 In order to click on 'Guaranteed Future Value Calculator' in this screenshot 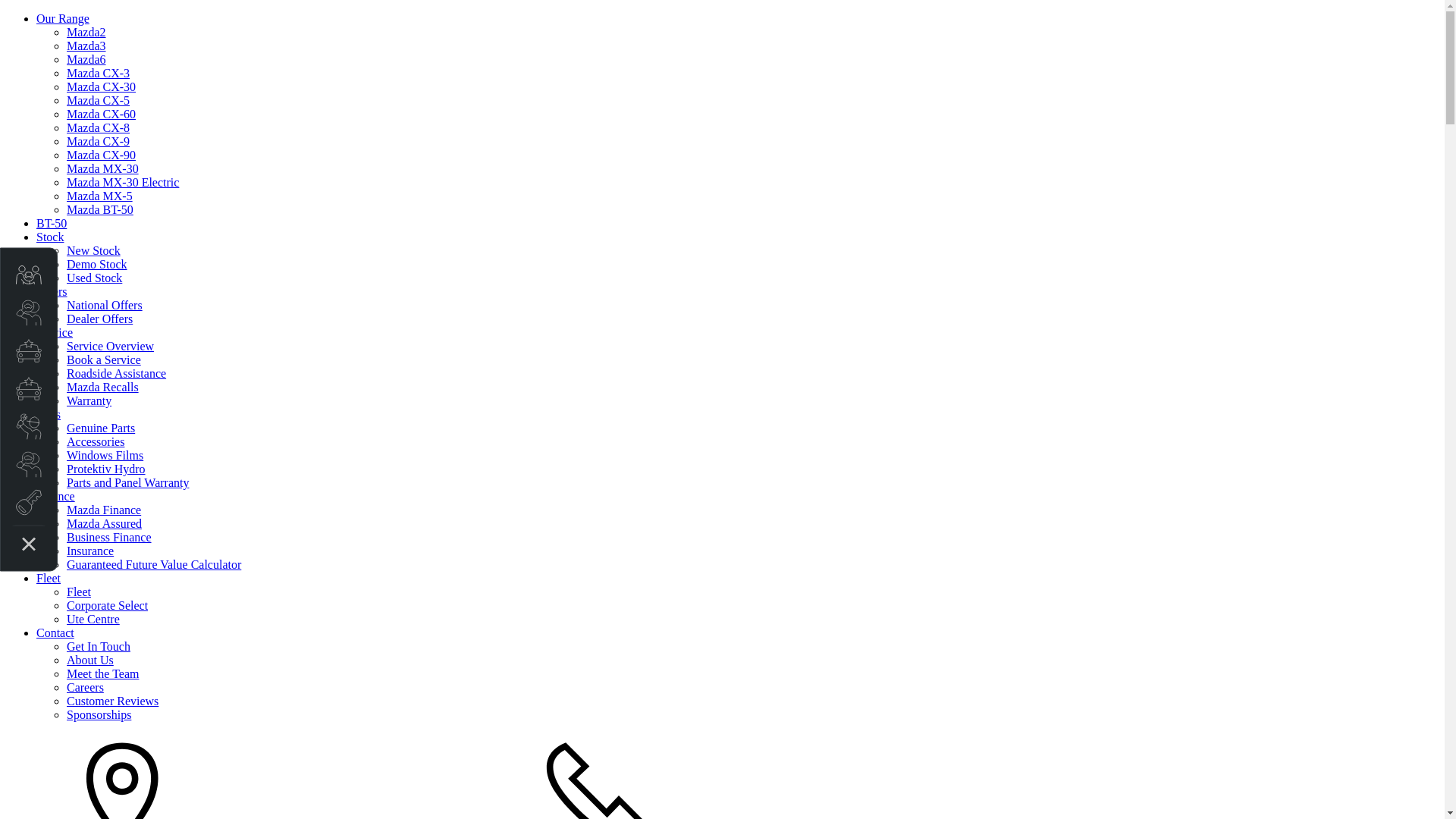, I will do `click(153, 564)`.